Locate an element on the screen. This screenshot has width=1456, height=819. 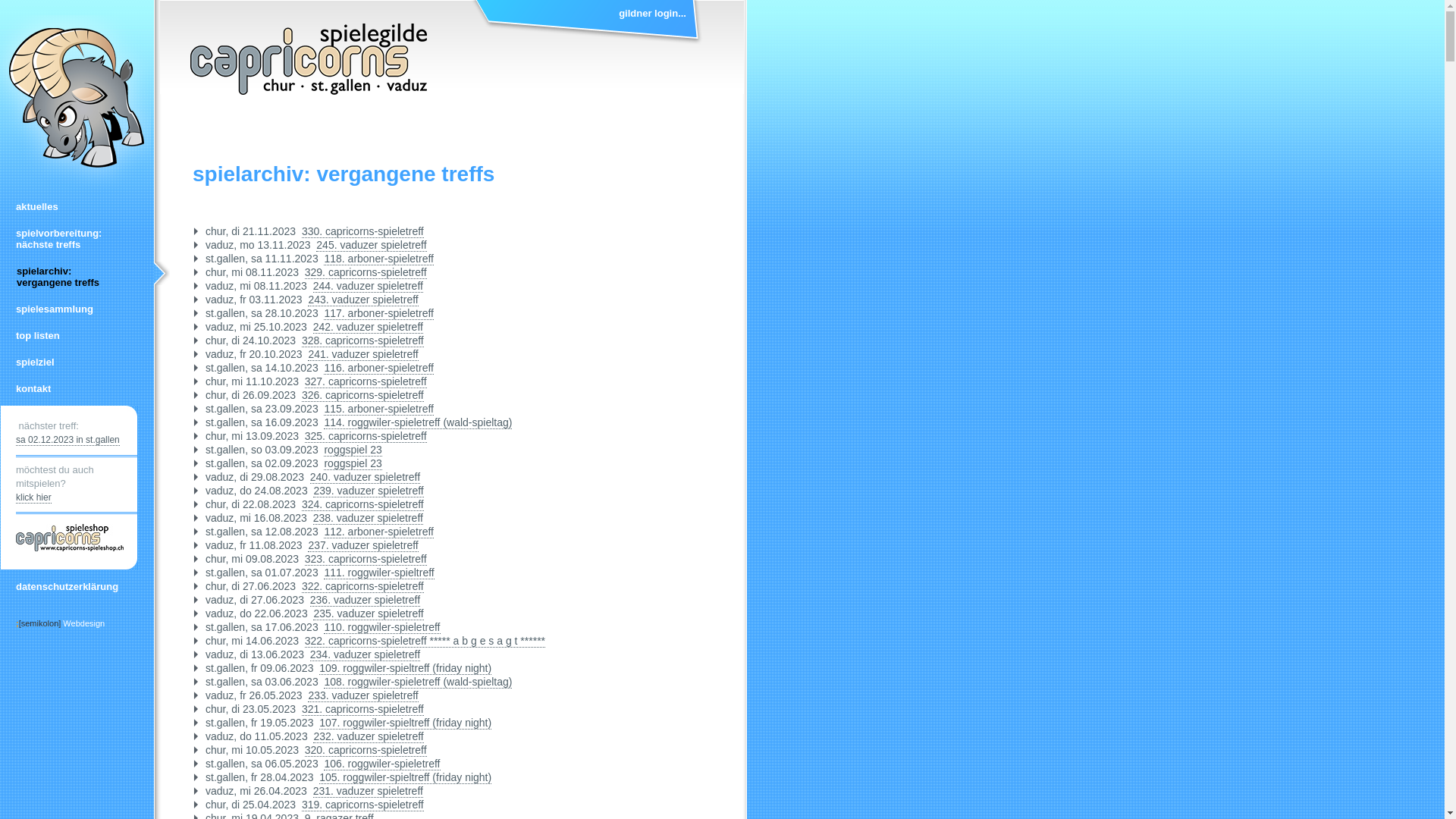
'106. roggwiler-spieletreff' is located at coordinates (323, 764).